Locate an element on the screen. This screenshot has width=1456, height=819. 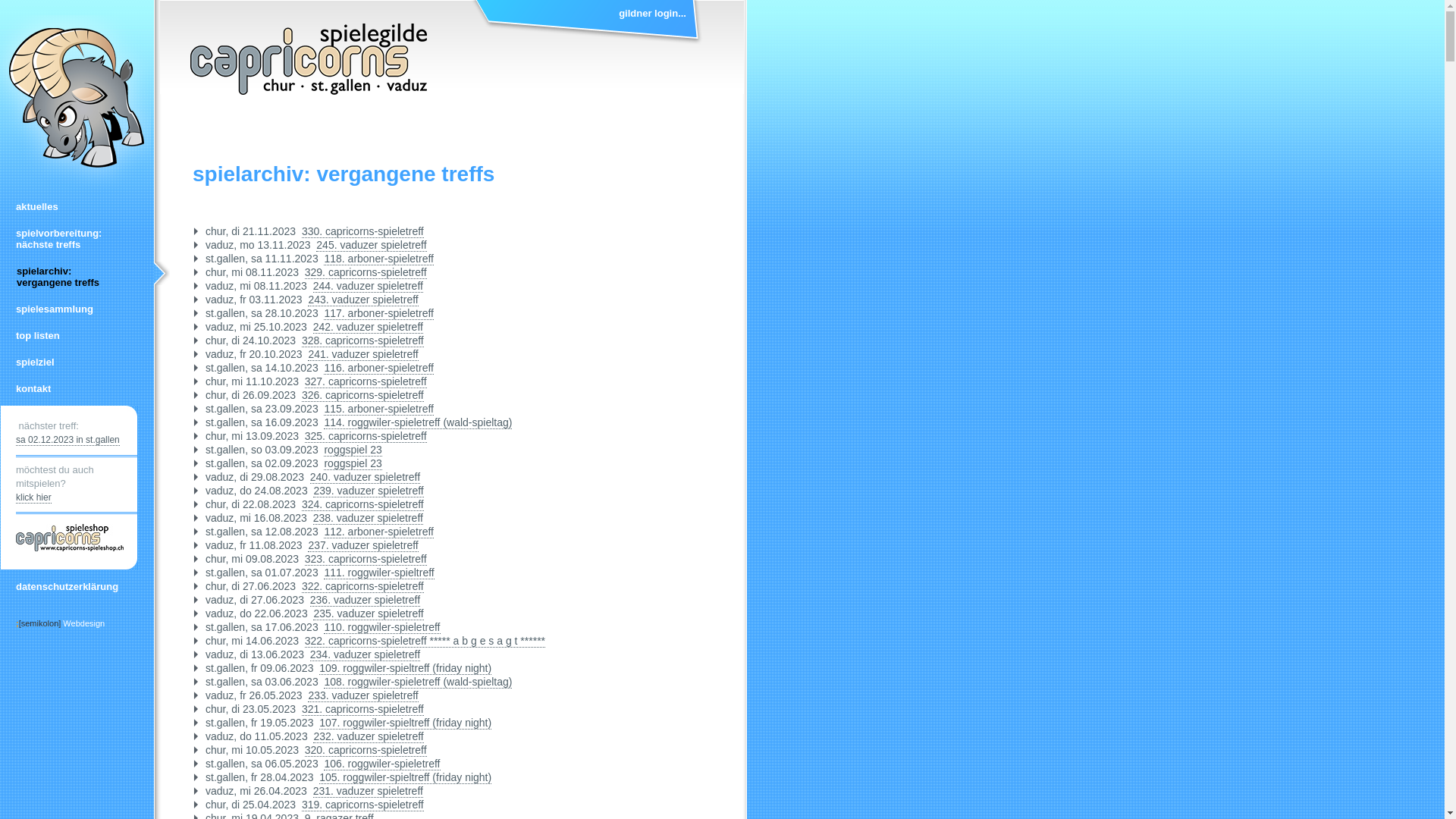
'106. roggwiler-spieletreff' is located at coordinates (323, 764).